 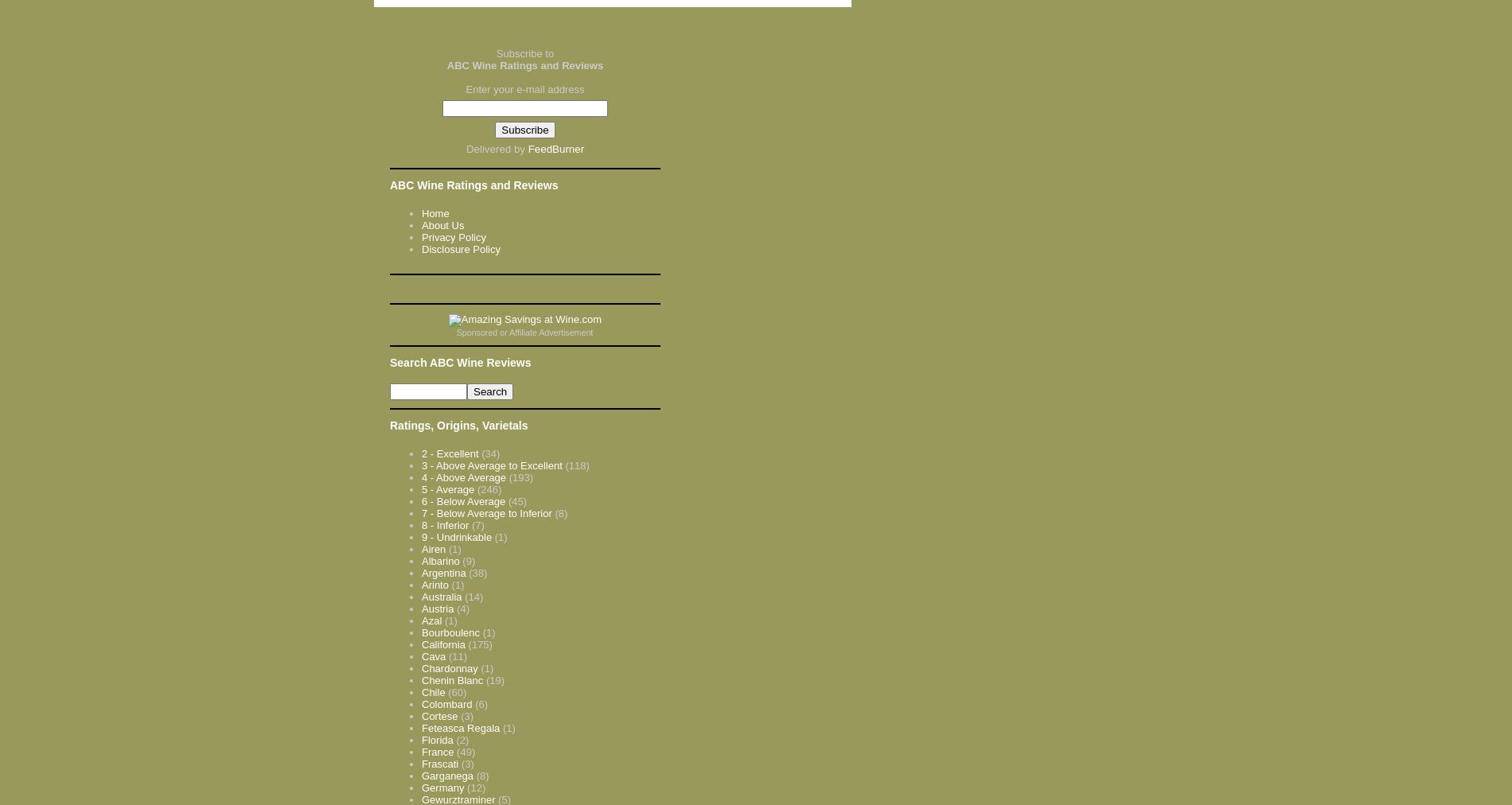 I want to click on 'Home', so click(x=435, y=212).